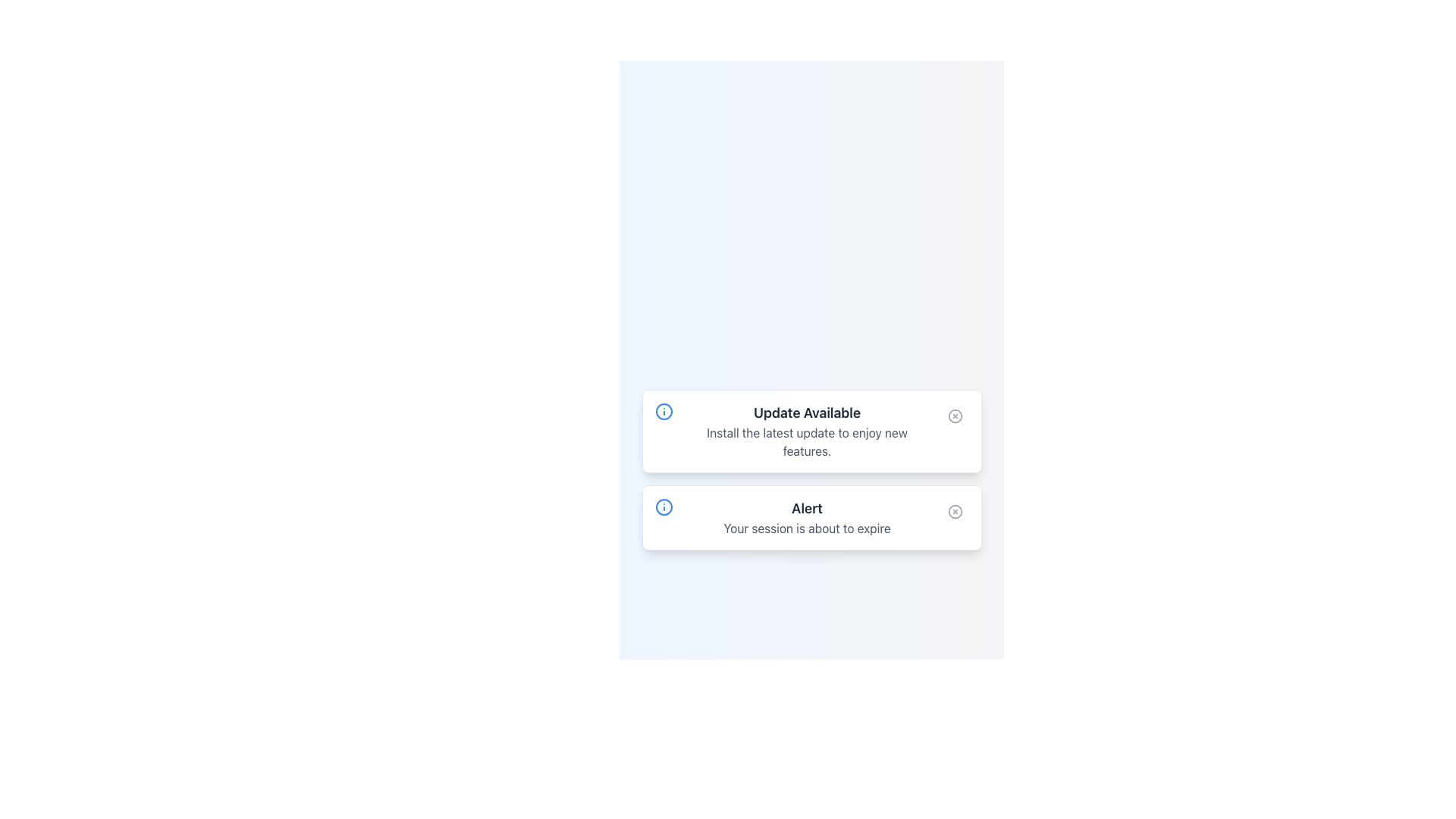  Describe the element at coordinates (664, 412) in the screenshot. I see `the notification icon located at the far left of the card containing the 'Update Available' header text, which is vertically aligned with the text and precedes the headline text horizontally` at that location.